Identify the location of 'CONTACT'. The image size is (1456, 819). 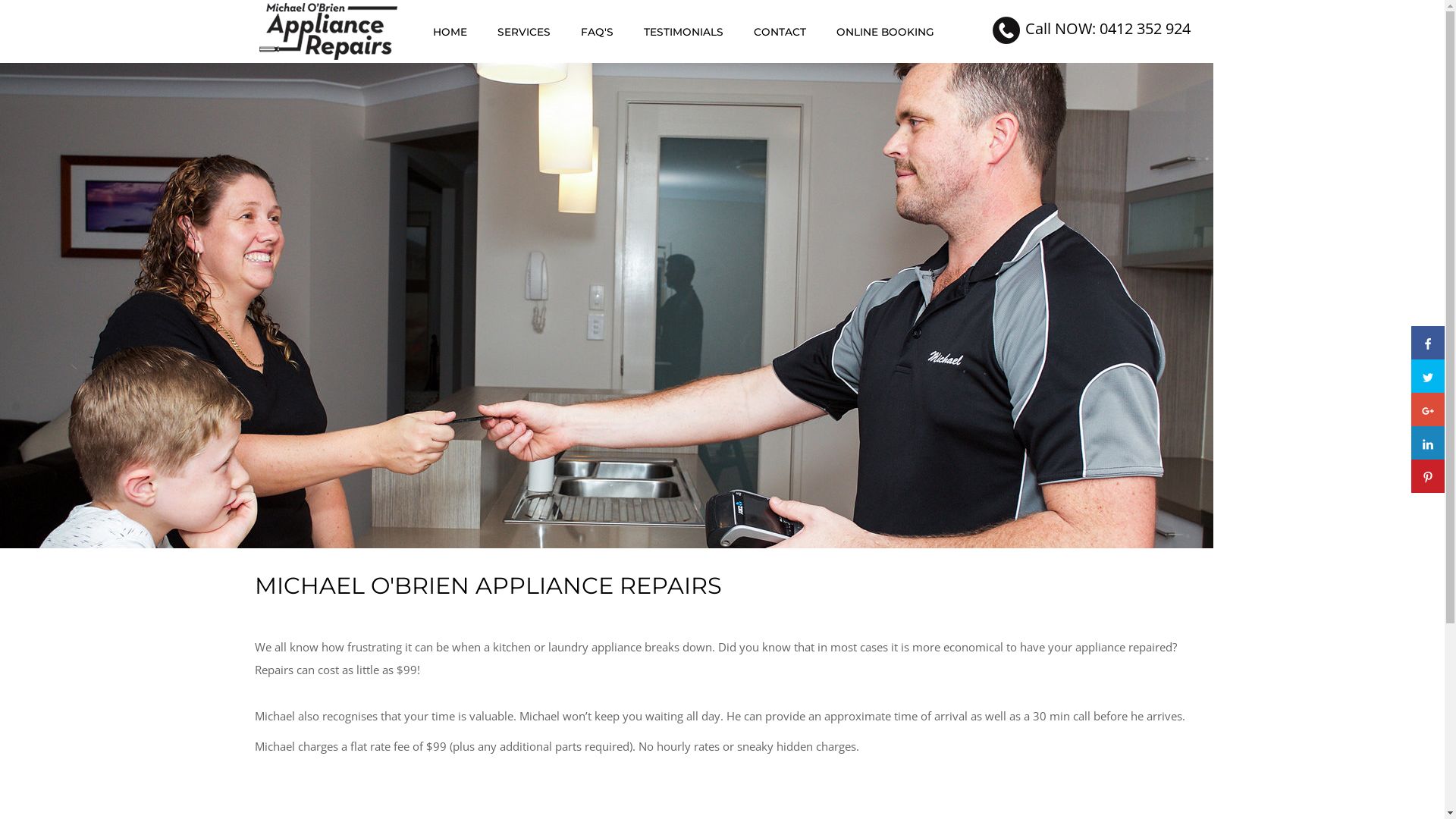
(780, 32).